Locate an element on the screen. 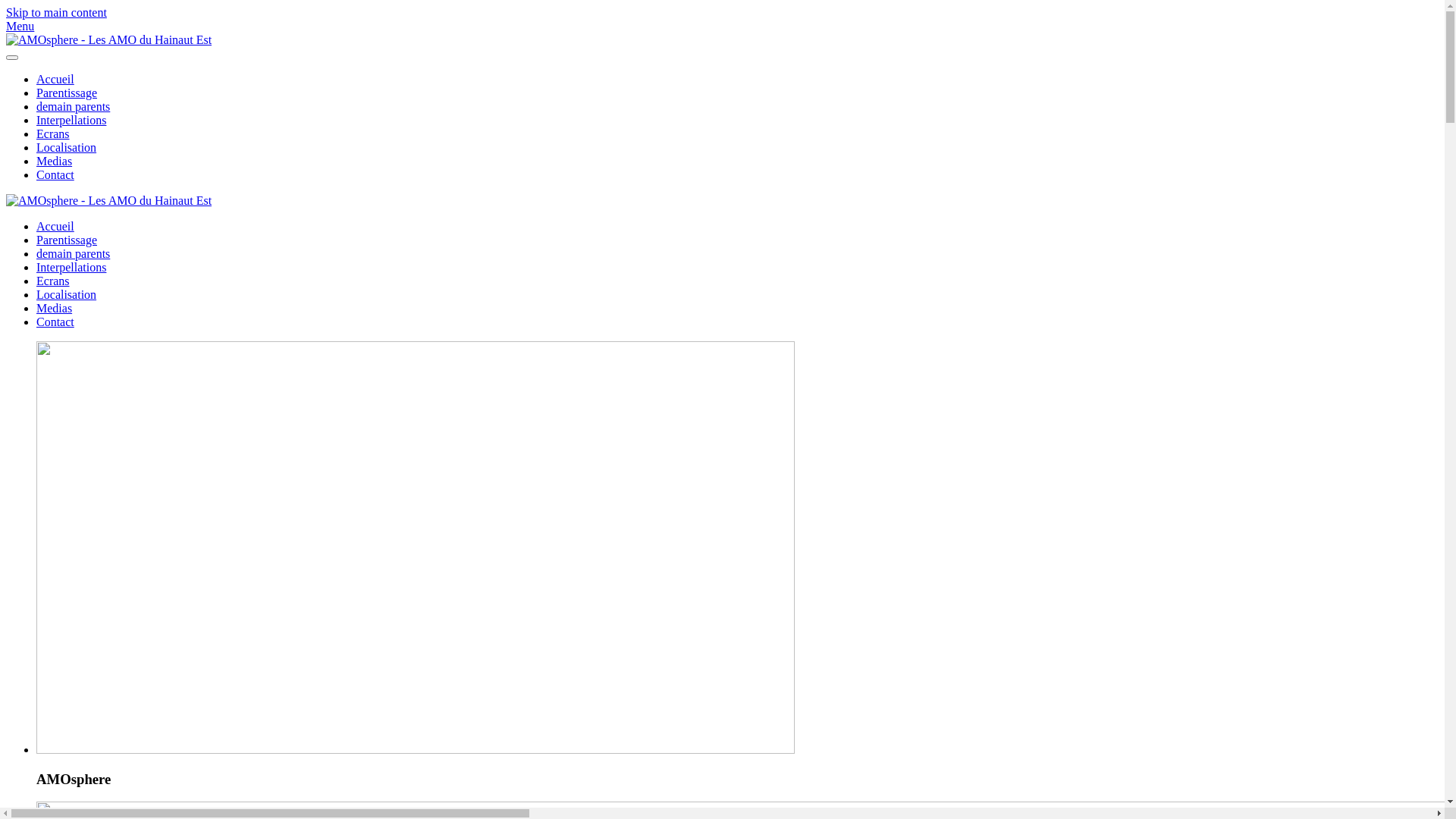  'Accueil' is located at coordinates (55, 79).